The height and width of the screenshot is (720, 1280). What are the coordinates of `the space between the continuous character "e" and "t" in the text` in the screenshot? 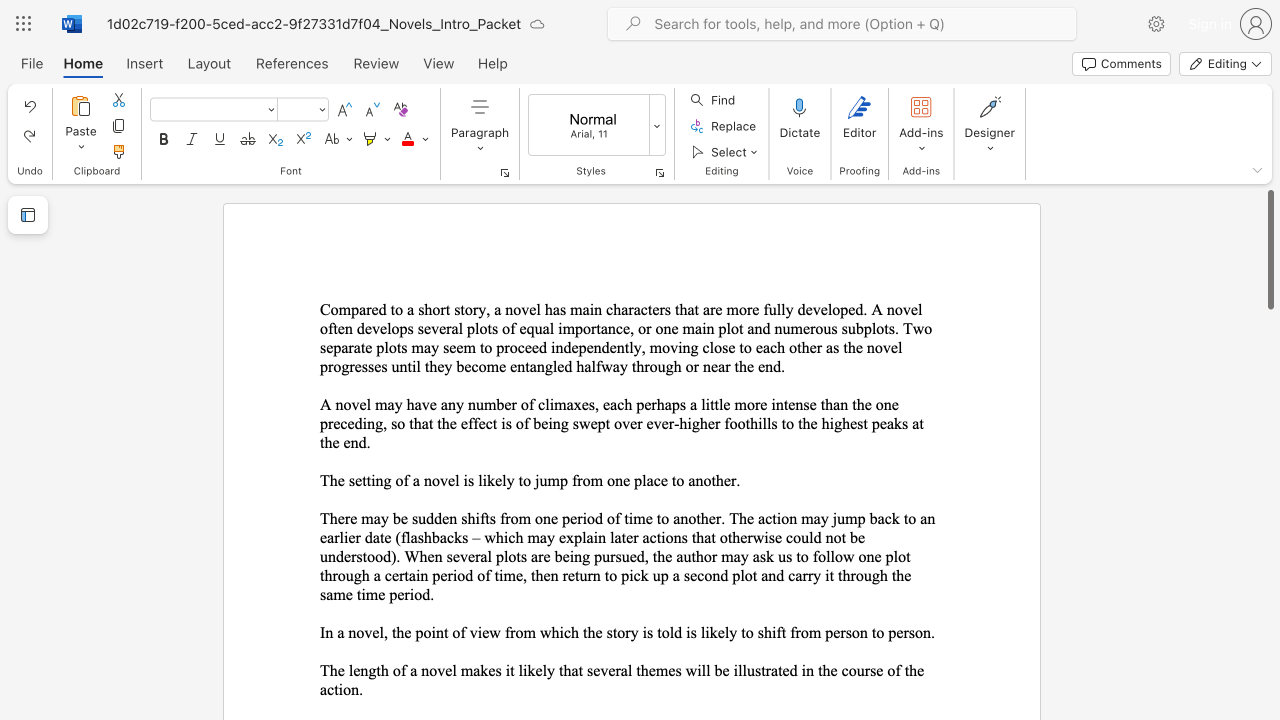 It's located at (361, 480).